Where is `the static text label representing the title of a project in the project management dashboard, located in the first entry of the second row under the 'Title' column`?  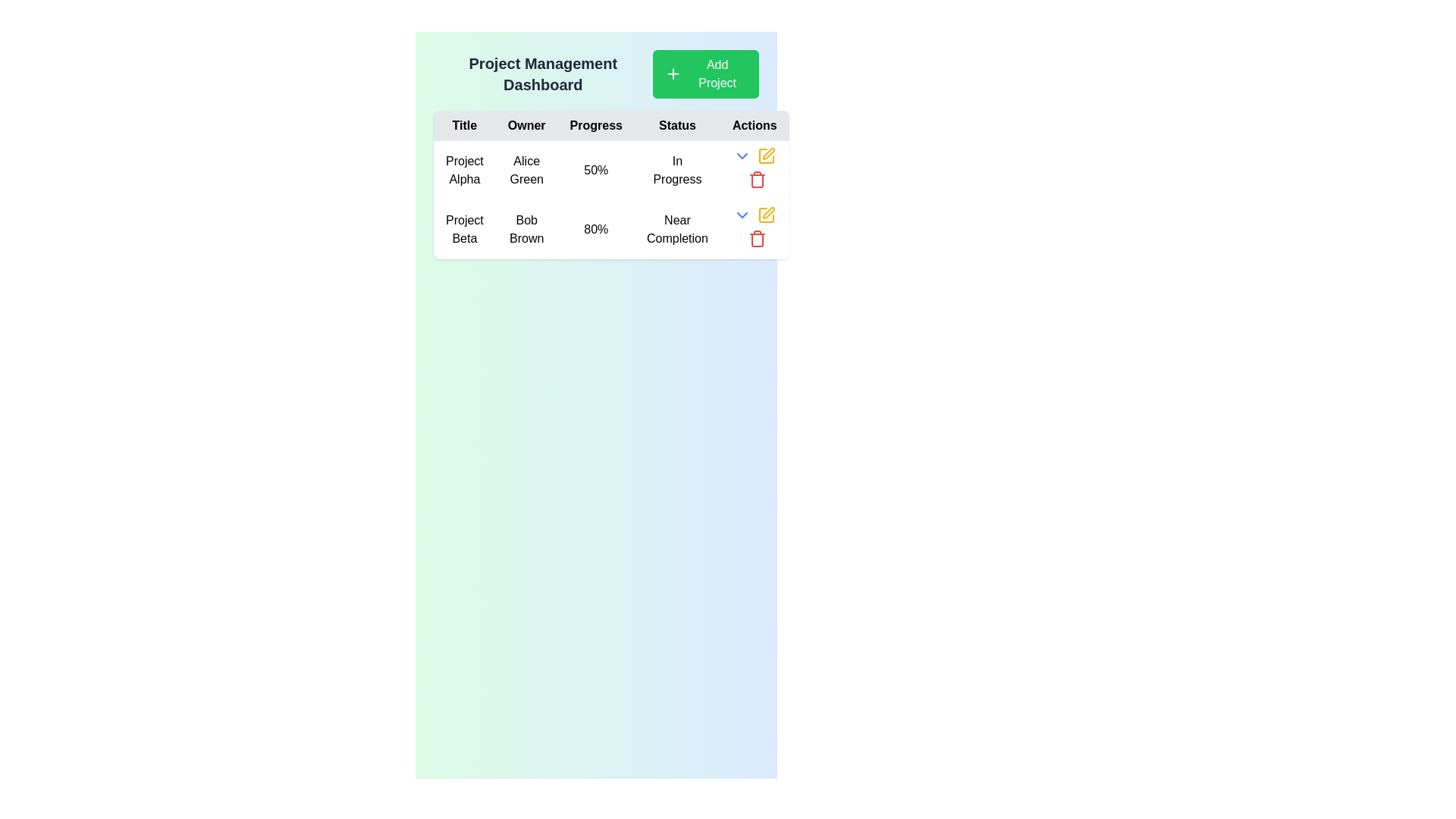 the static text label representing the title of a project in the project management dashboard, located in the first entry of the second row under the 'Title' column is located at coordinates (463, 230).